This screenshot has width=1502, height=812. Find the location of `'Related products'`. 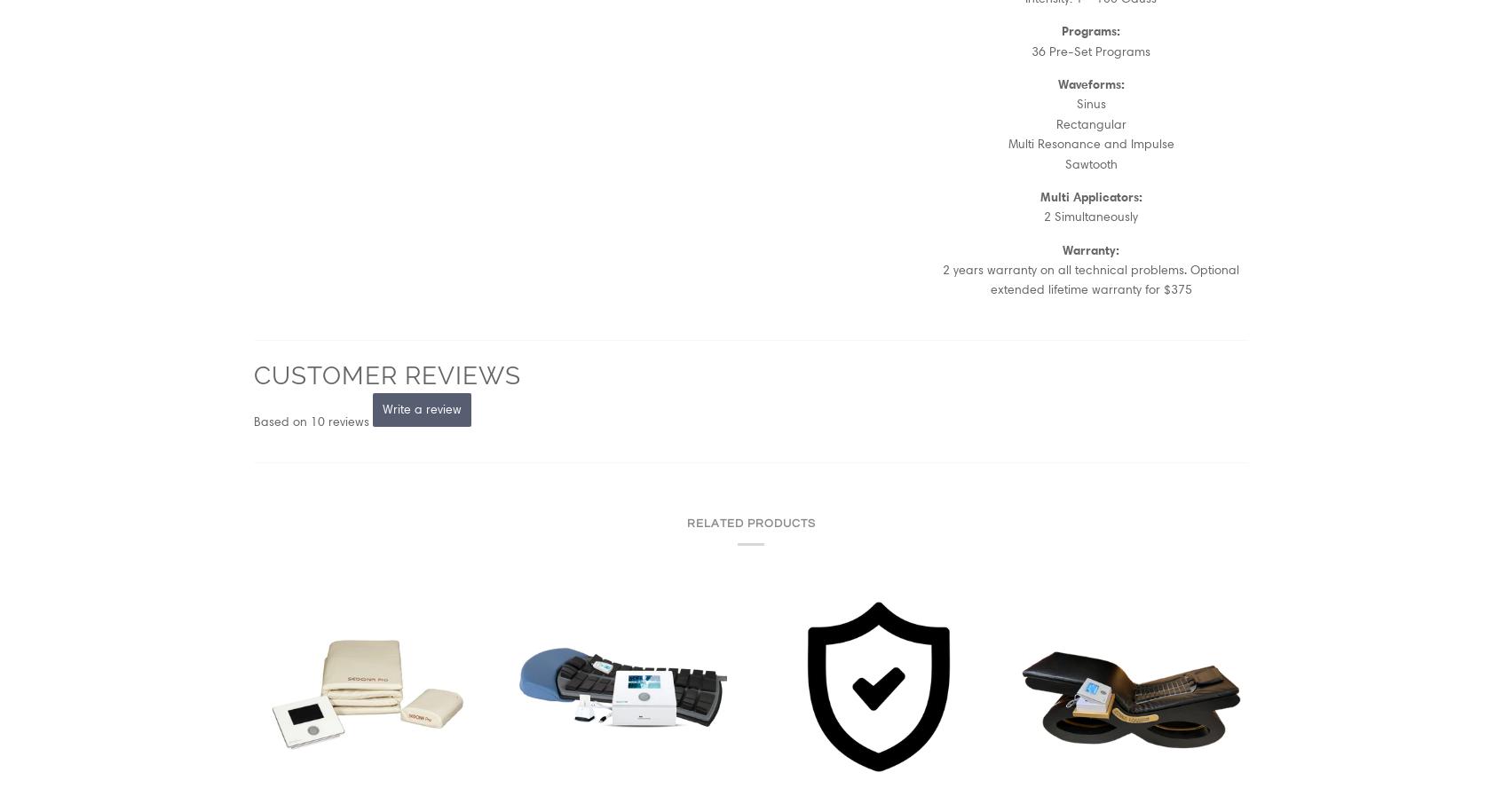

'Related products' is located at coordinates (750, 523).